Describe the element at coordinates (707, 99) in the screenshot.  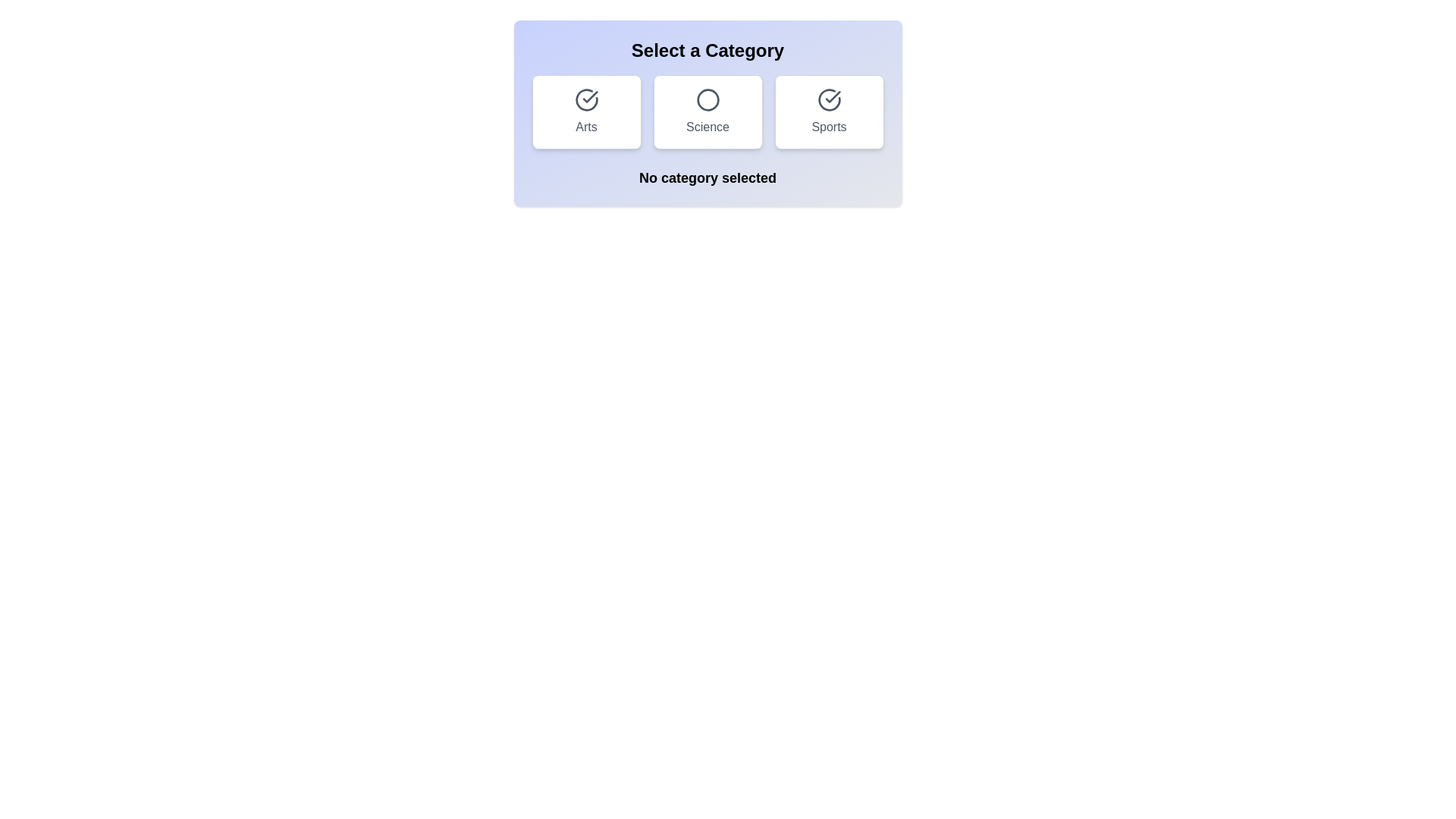
I see `the decorative circle that indicates the active state of the 'Science' button, which is centrally located within the rectangular button` at that location.